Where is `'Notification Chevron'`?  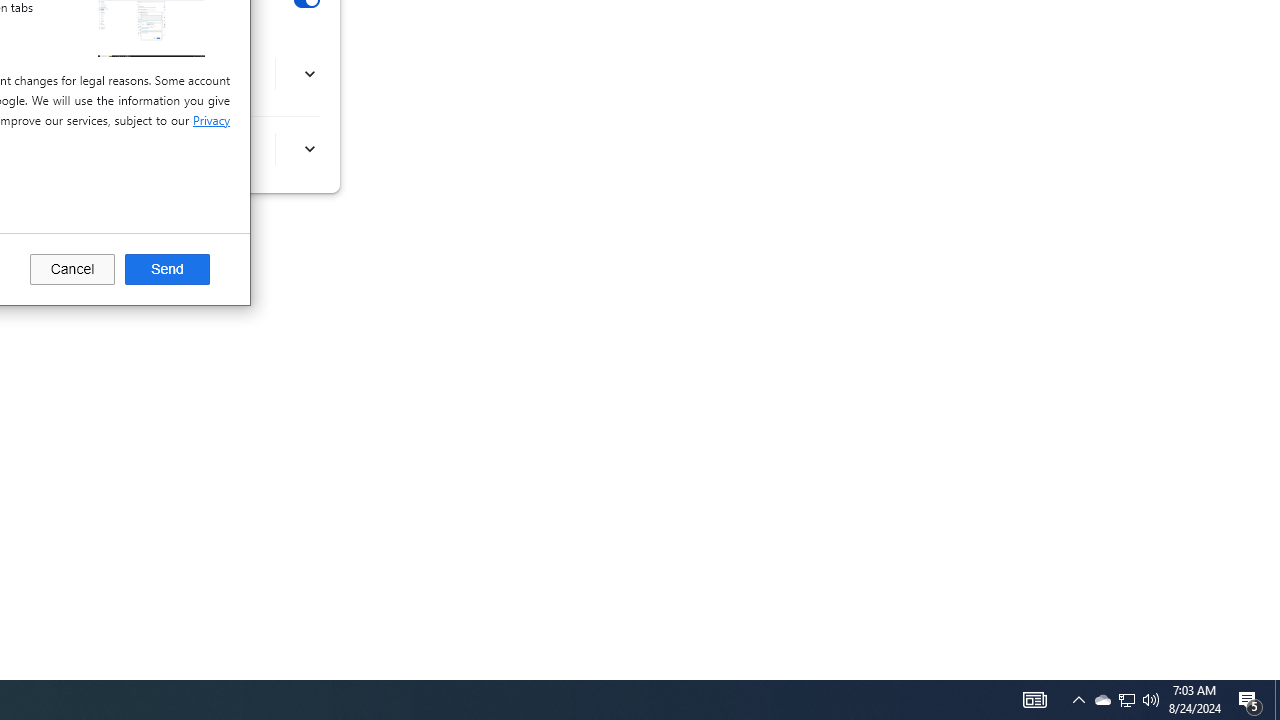 'Notification Chevron' is located at coordinates (1101, 698).